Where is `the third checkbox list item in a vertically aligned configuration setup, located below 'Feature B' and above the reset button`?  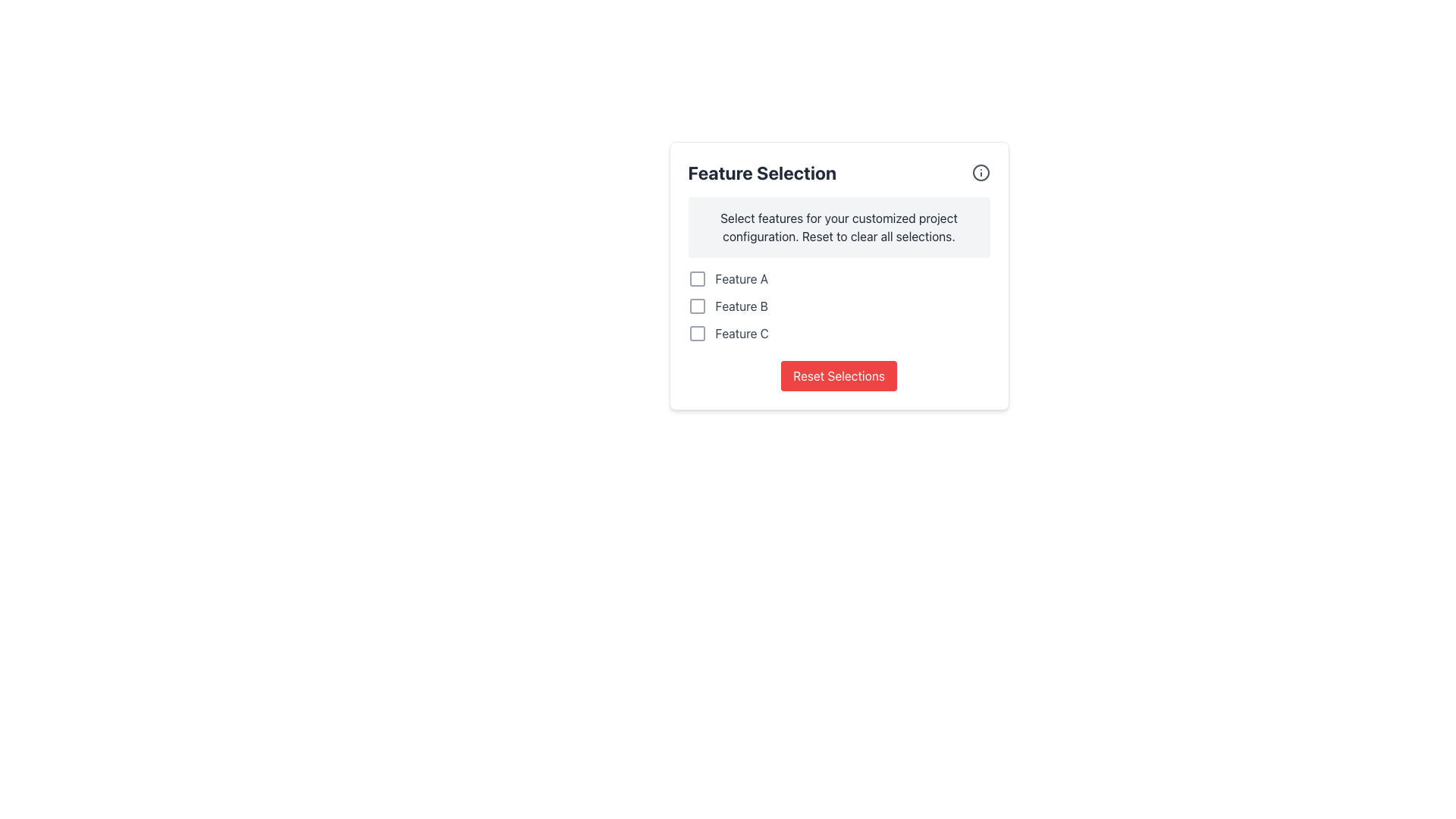 the third checkbox list item in a vertically aligned configuration setup, located below 'Feature B' and above the reset button is located at coordinates (838, 332).